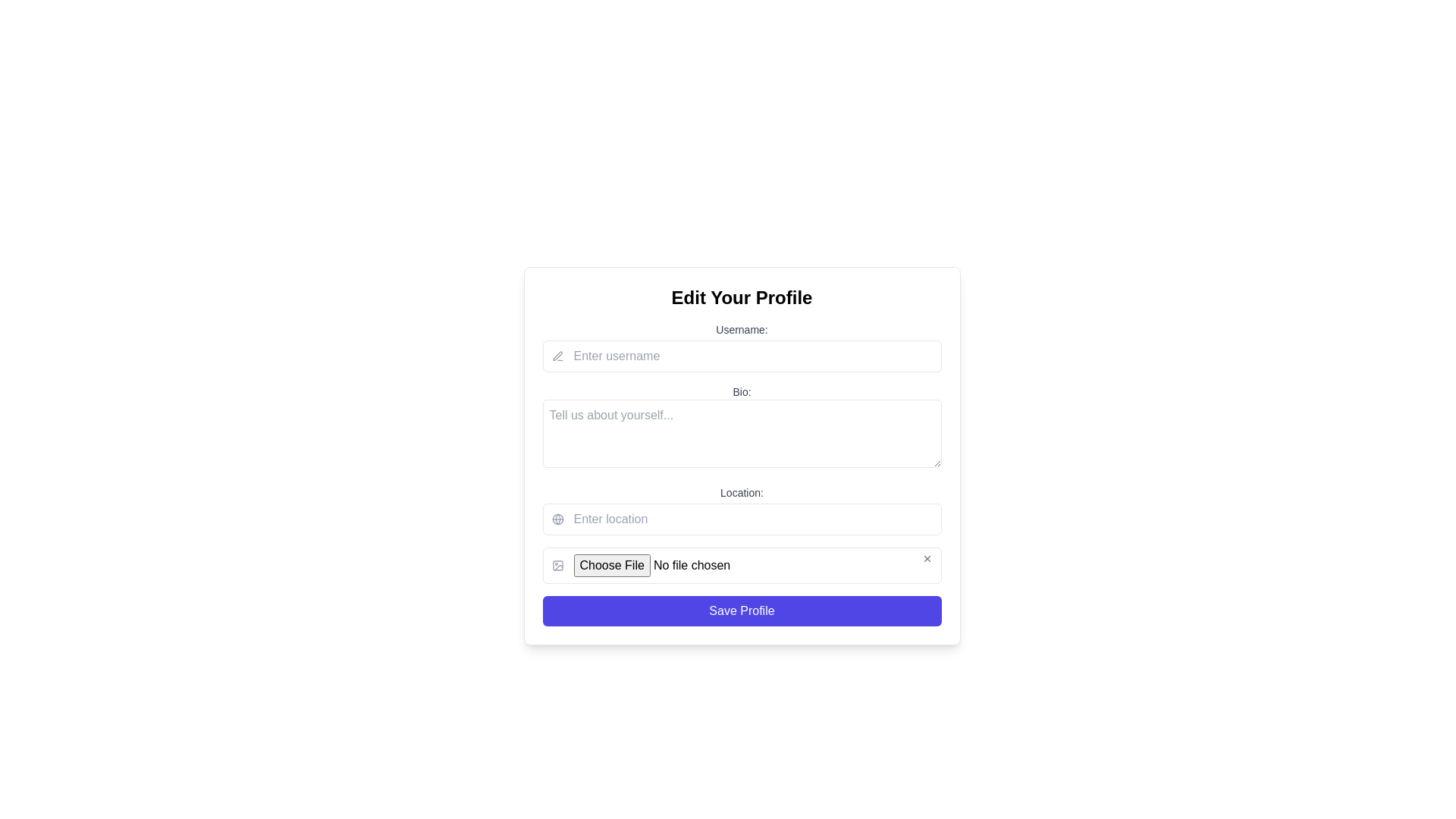  What do you see at coordinates (742, 519) in the screenshot?
I see `the Text Input Field for location entry, located below the 'Location:' label in the 'Edit Your Profile' form` at bounding box center [742, 519].